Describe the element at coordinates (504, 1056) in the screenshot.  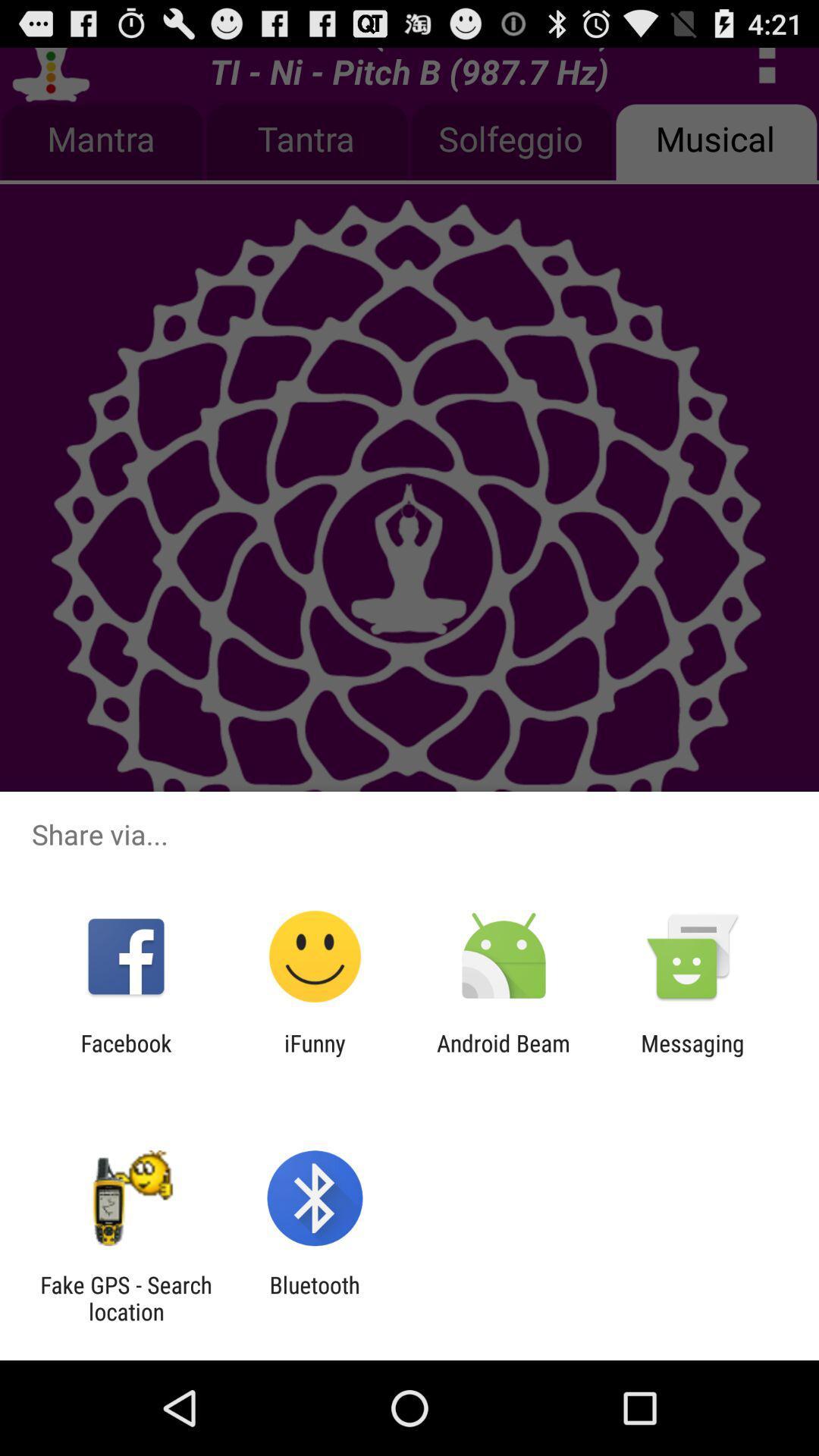
I see `the item next to the ifunny item` at that location.